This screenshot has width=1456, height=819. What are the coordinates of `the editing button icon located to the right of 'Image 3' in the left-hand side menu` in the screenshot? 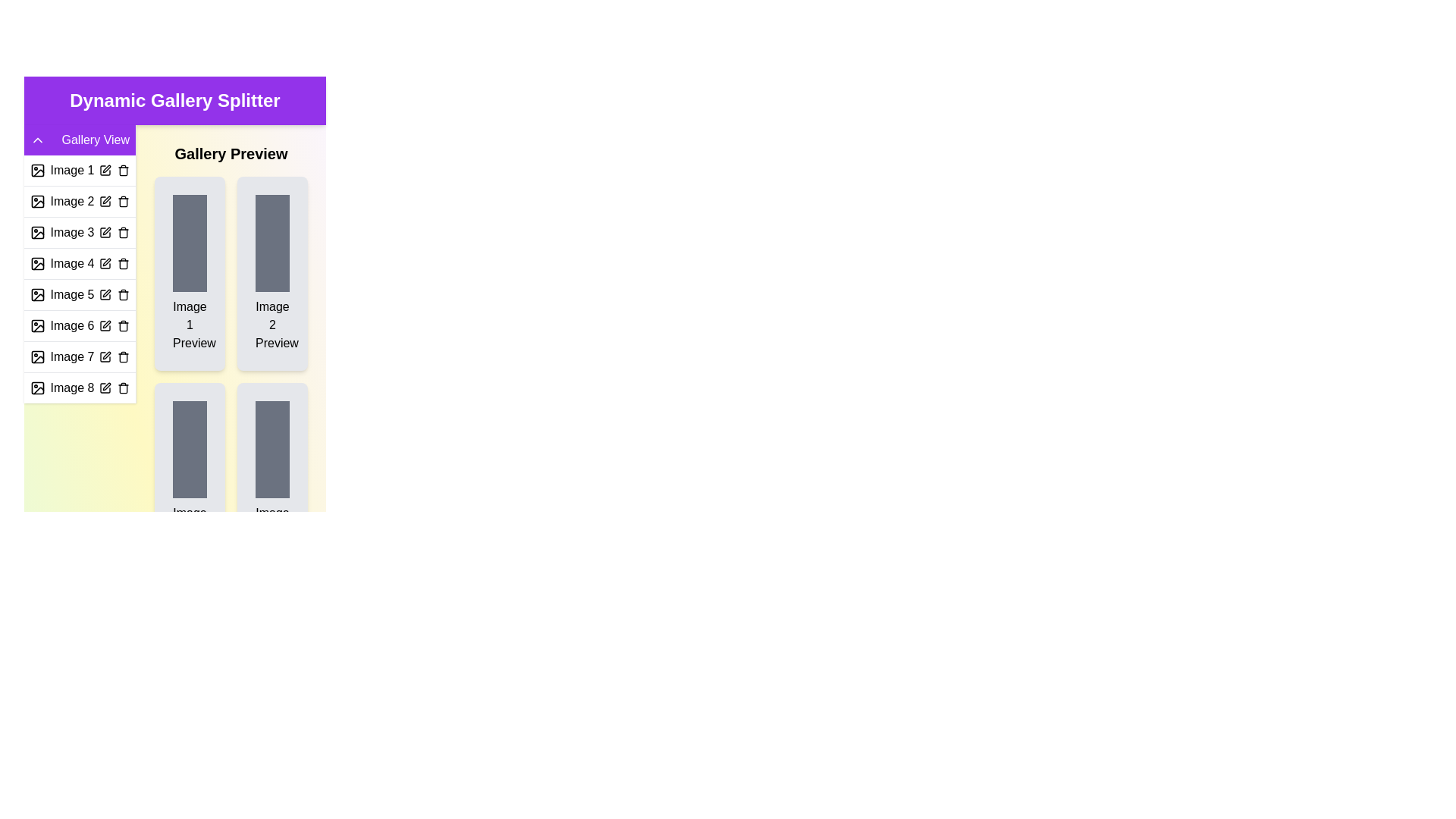 It's located at (105, 231).